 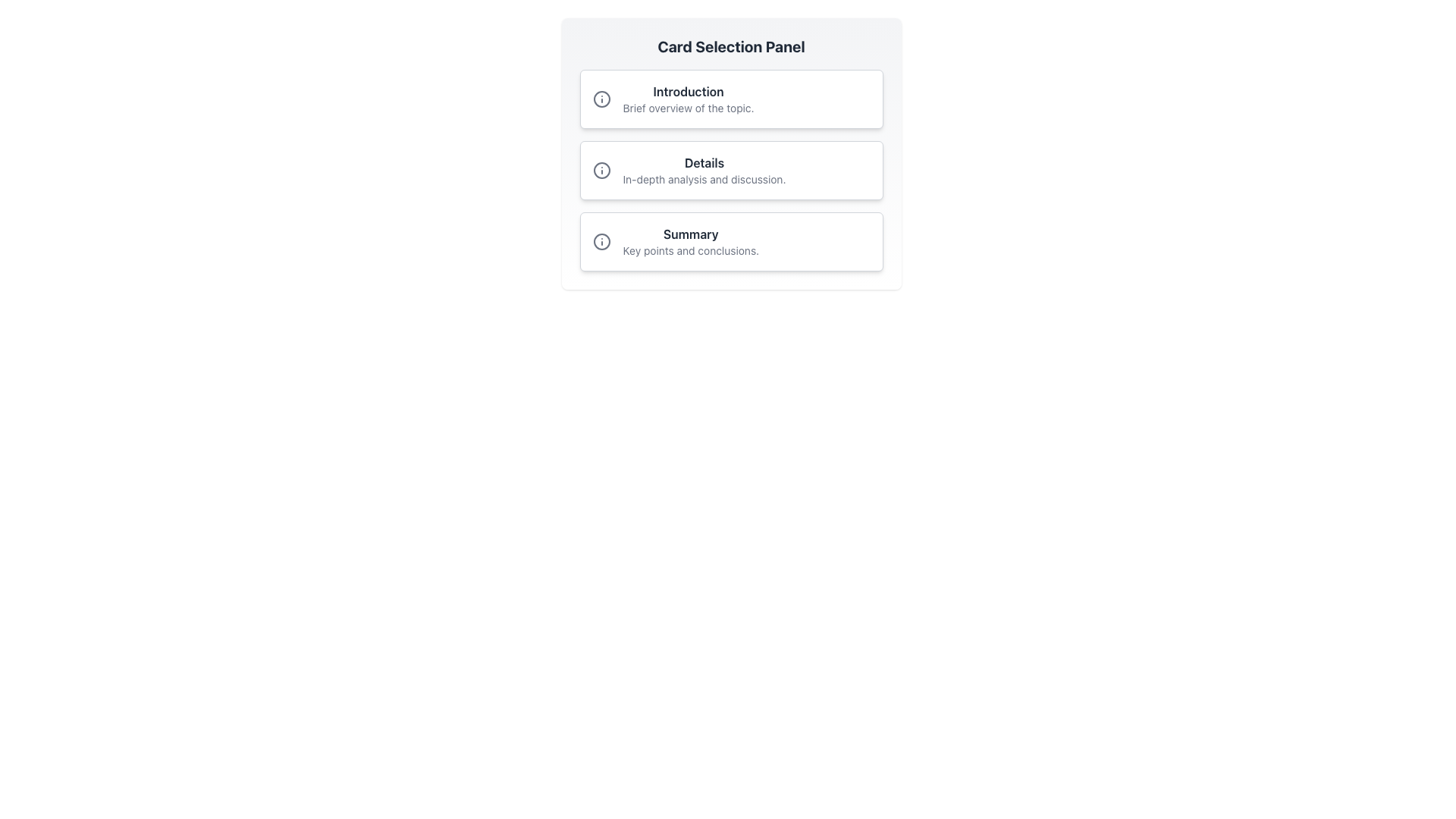 I want to click on the text block of the first card in the 'Card Selection Panel', so click(x=687, y=99).